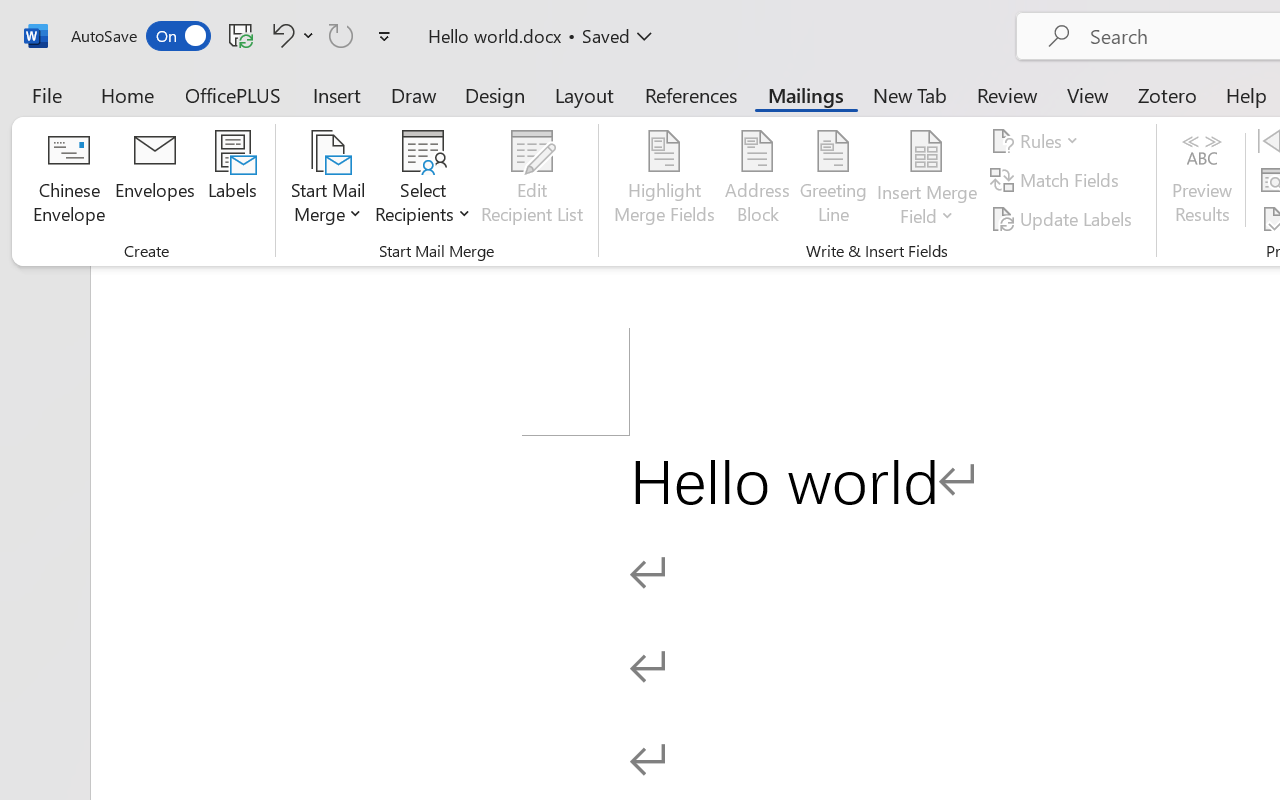  Describe the element at coordinates (1167, 94) in the screenshot. I see `'Zotero'` at that location.